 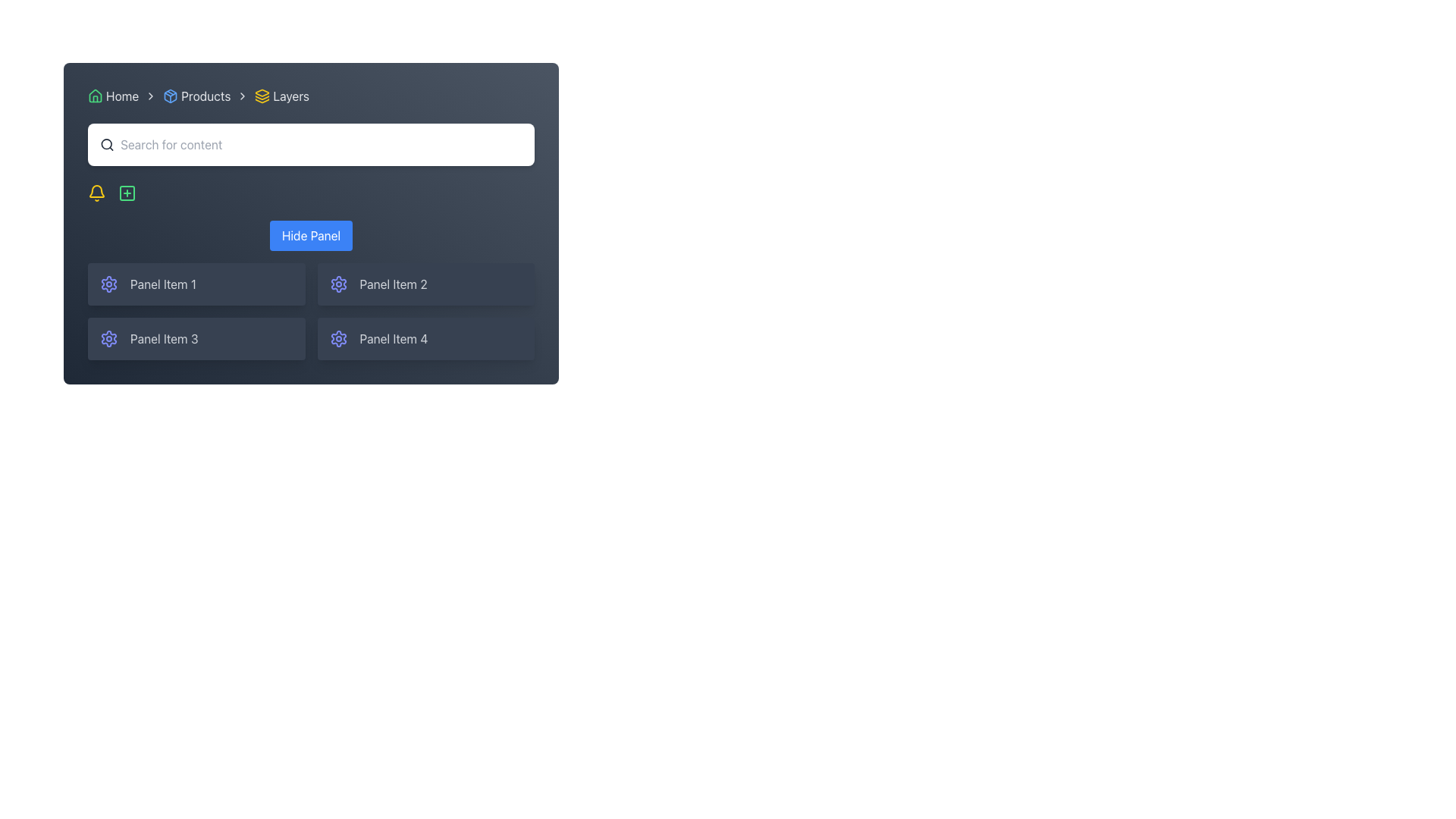 What do you see at coordinates (262, 98) in the screenshot?
I see `the highlighted horizontal line segment of the layered icon next to the 'Layers' label in the navigation header` at bounding box center [262, 98].